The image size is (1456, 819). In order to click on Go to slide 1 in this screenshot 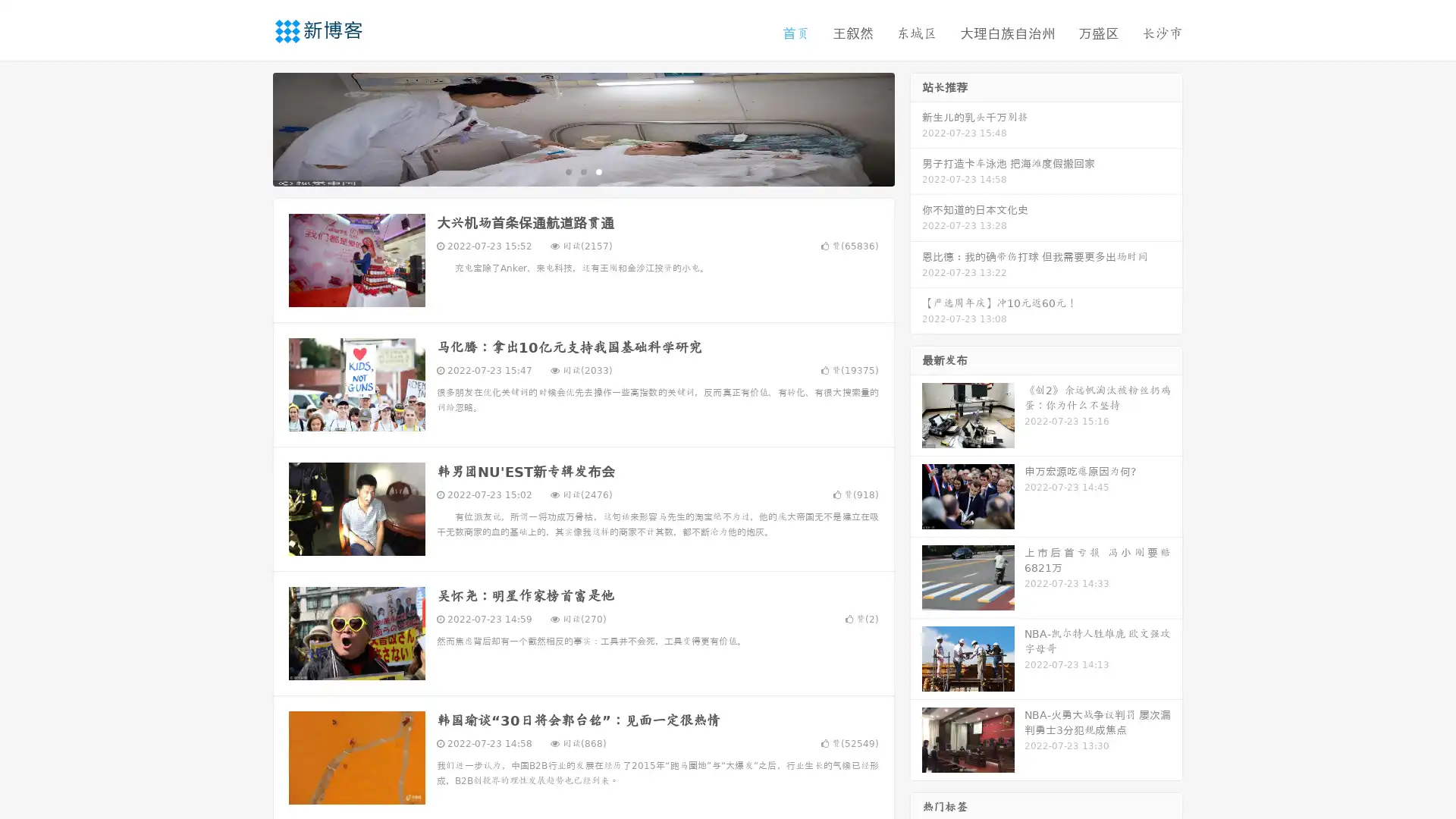, I will do `click(567, 171)`.